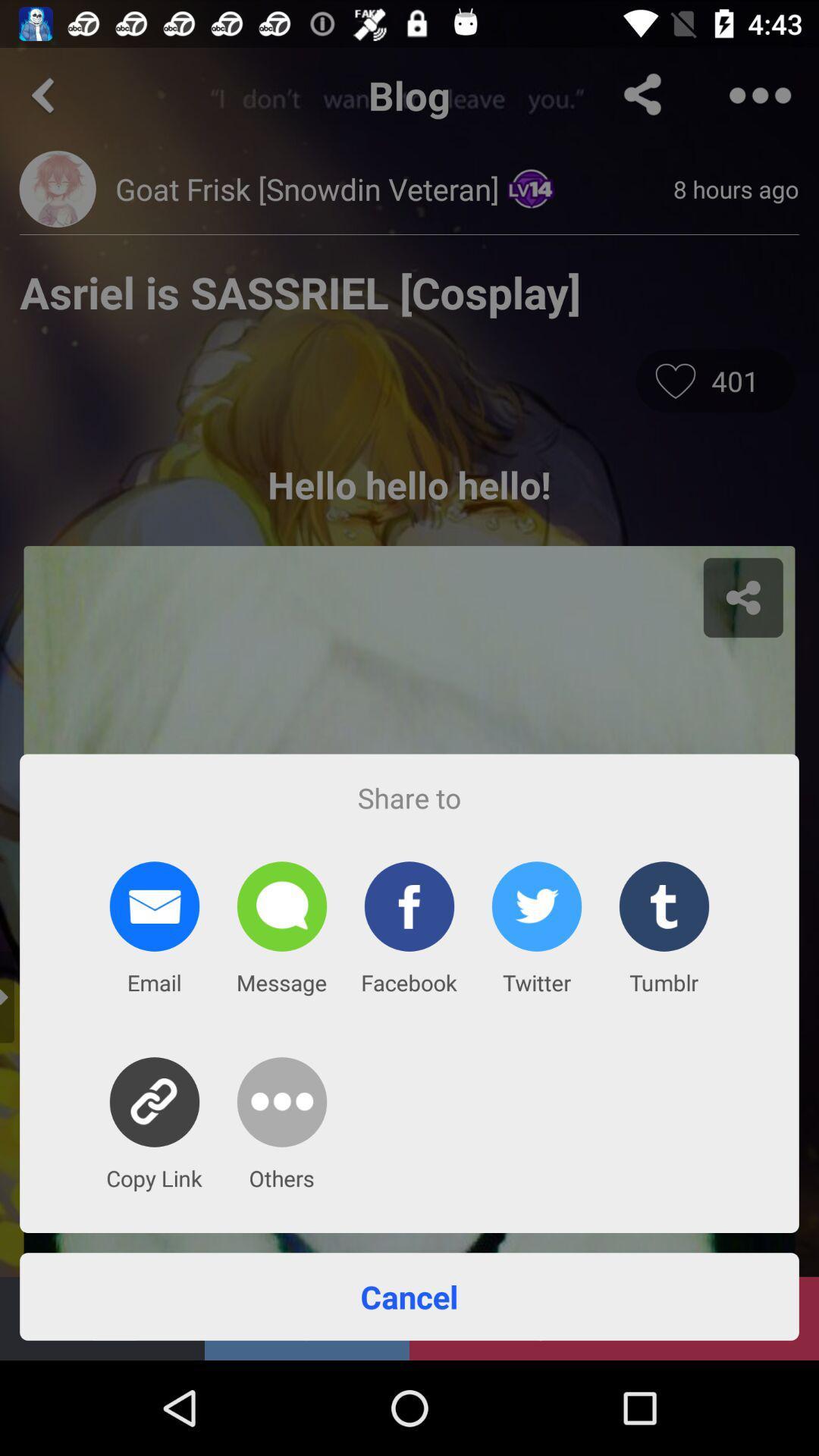 Image resolution: width=819 pixels, height=1456 pixels. I want to click on the item below the copy link app, so click(409, 1295).